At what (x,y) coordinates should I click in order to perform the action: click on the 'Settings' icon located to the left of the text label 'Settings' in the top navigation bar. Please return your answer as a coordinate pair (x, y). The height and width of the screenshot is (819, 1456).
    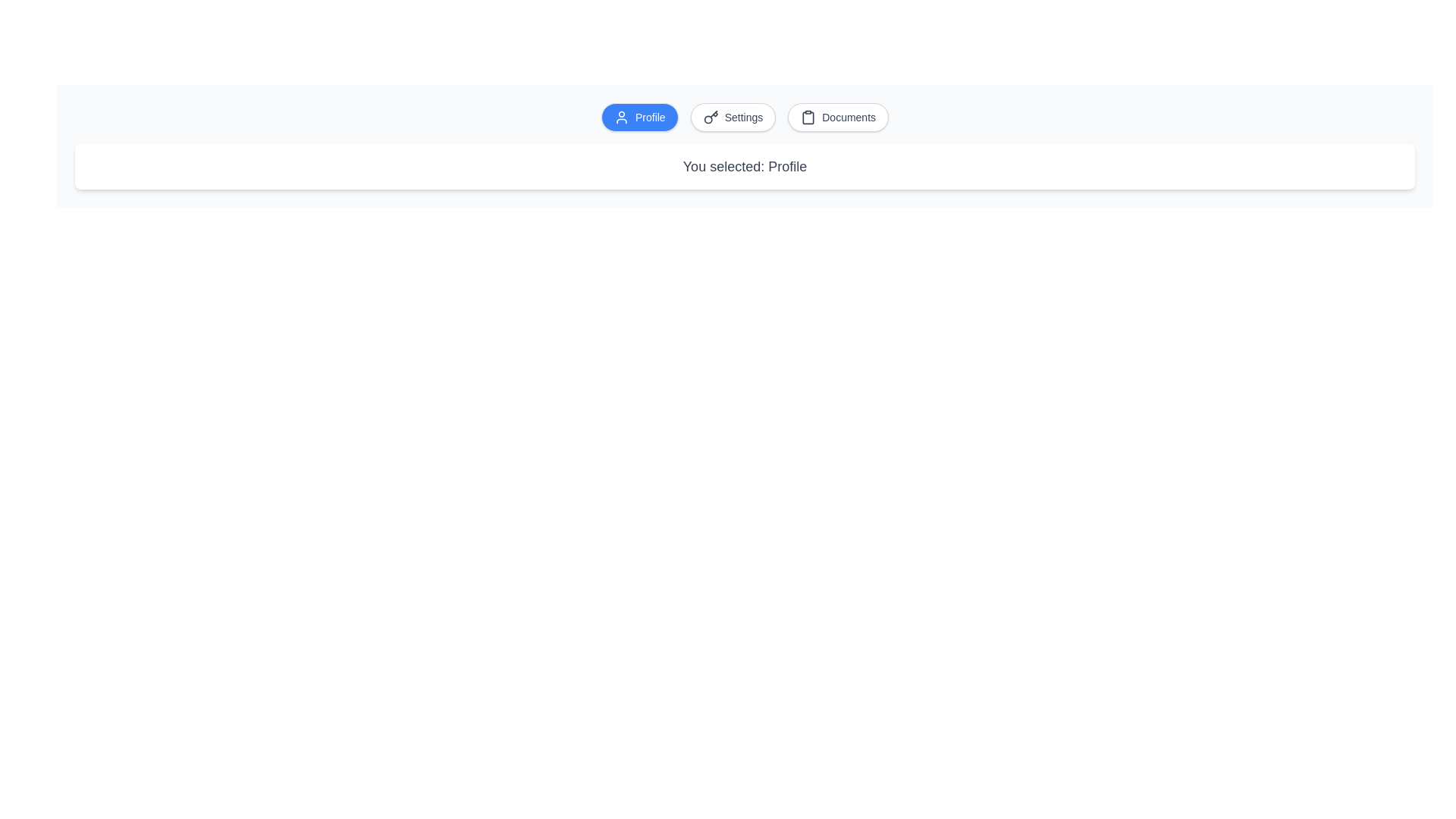
    Looking at the image, I should click on (710, 116).